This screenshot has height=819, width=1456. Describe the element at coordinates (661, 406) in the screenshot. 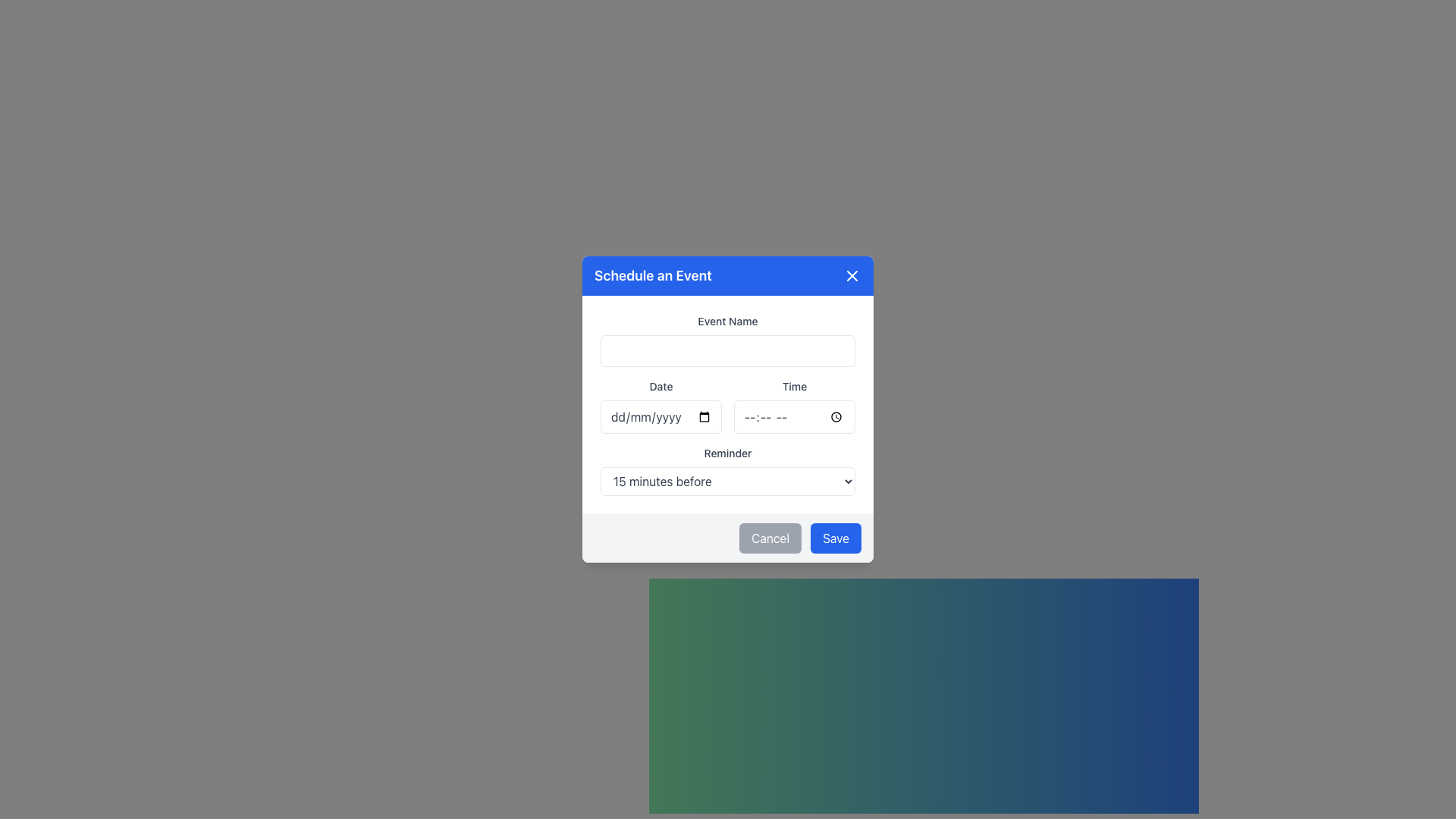

I see `the calendar icon of the date input field labeled 'Date'` at that location.